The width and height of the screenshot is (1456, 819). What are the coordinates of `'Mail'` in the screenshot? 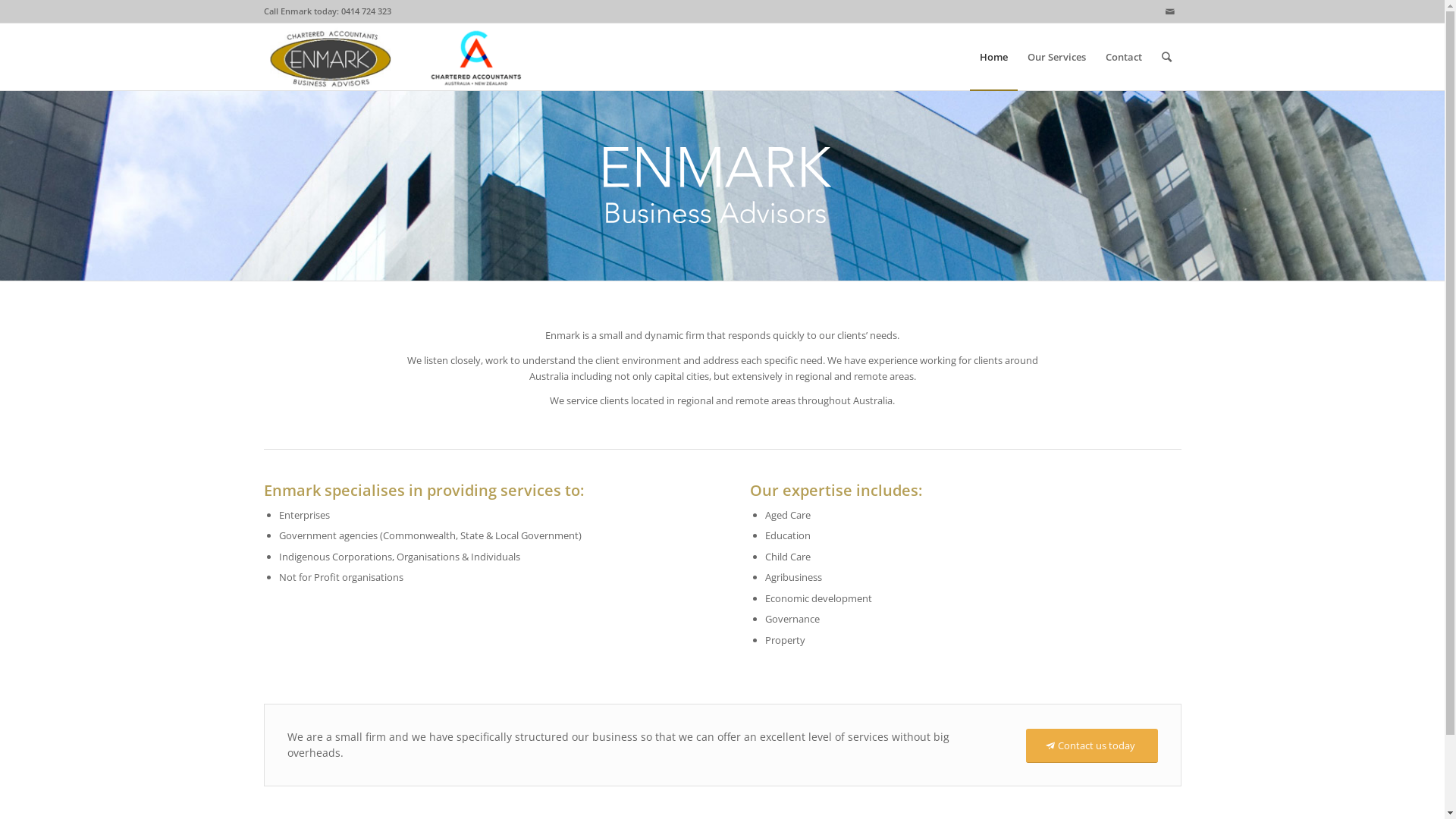 It's located at (1157, 11).